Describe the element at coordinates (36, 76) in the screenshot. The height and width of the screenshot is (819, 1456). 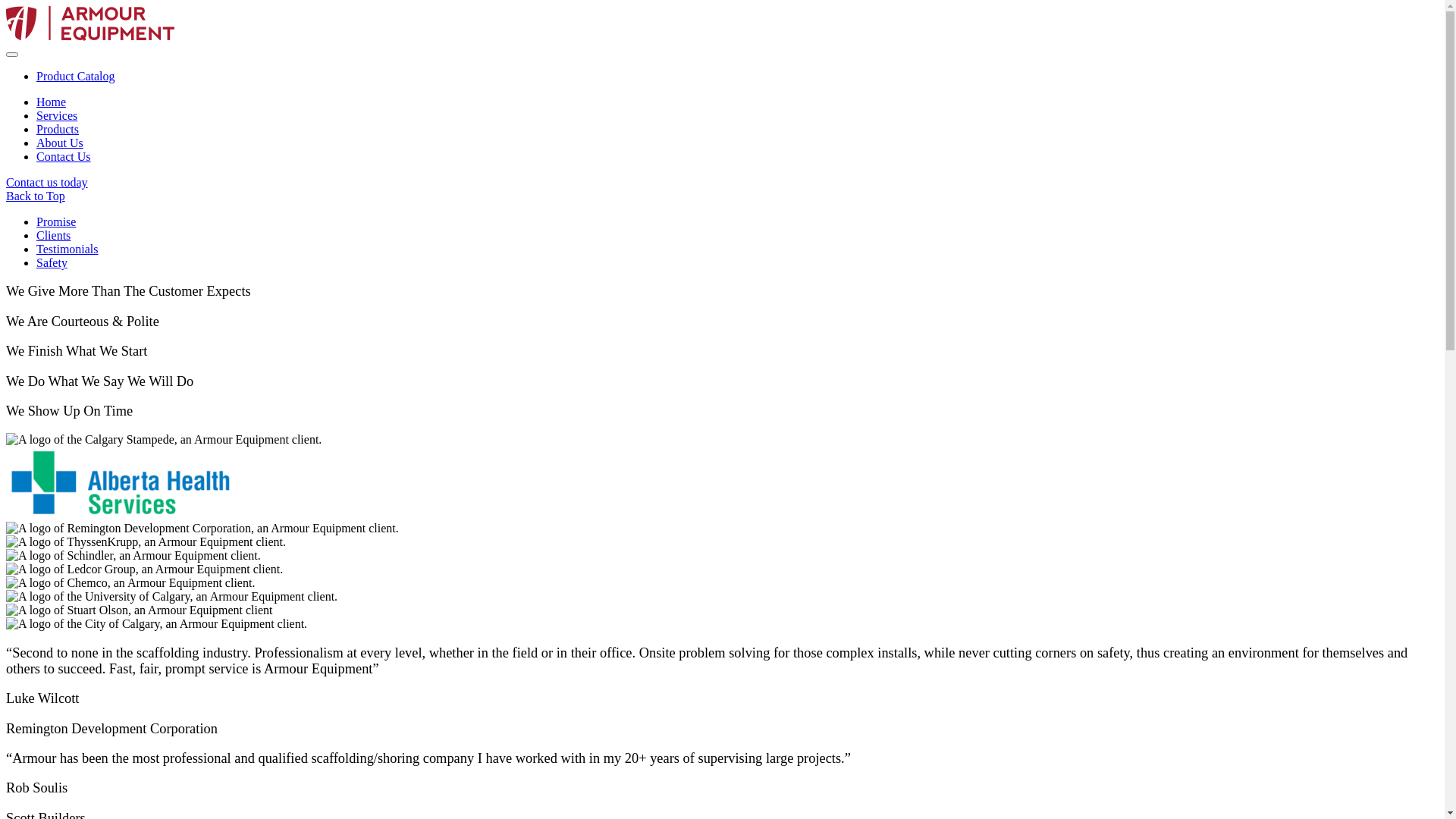
I see `'Product Catalog'` at that location.